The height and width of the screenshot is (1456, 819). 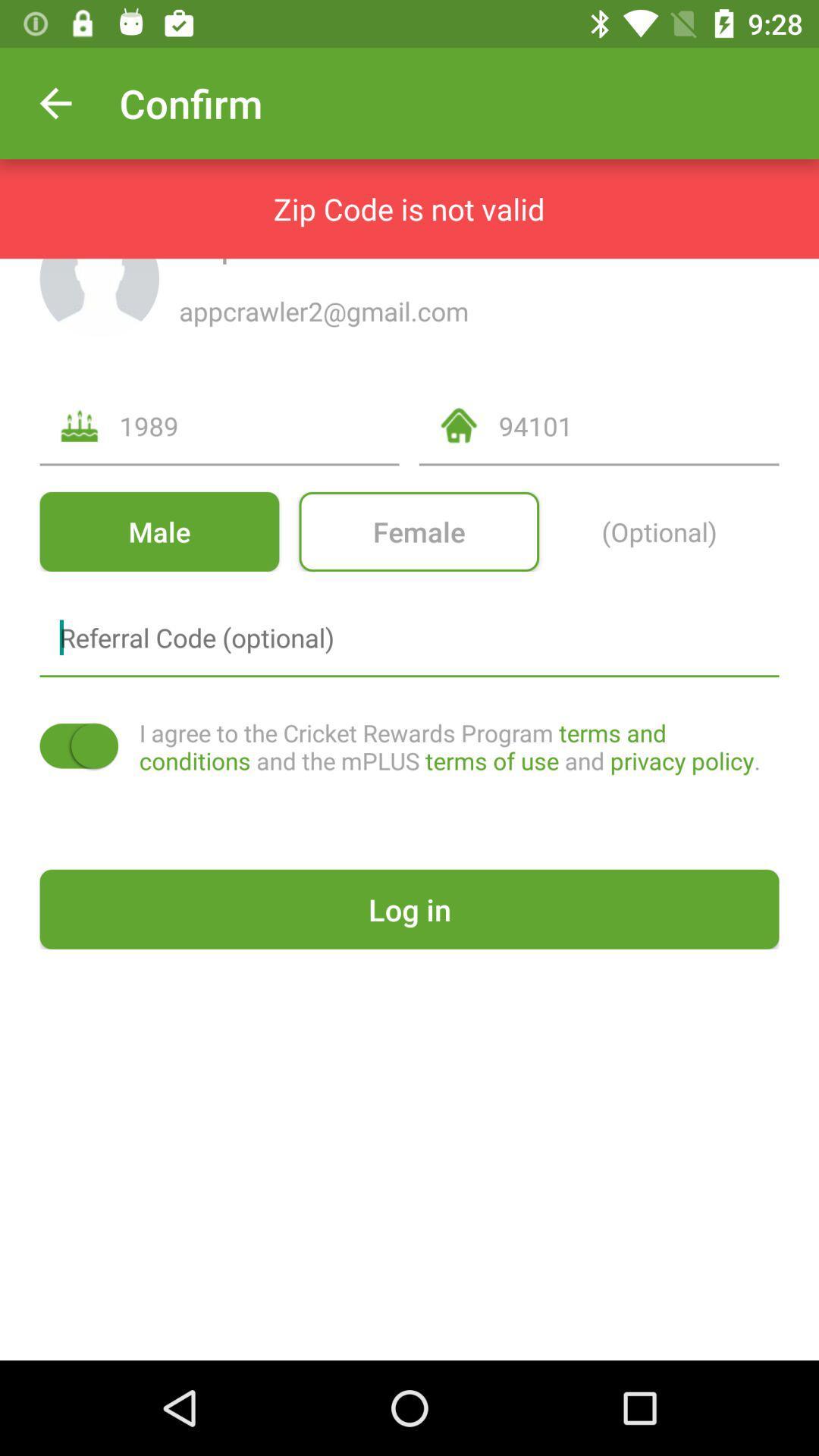 What do you see at coordinates (55, 102) in the screenshot?
I see `item to the left of confirm icon` at bounding box center [55, 102].